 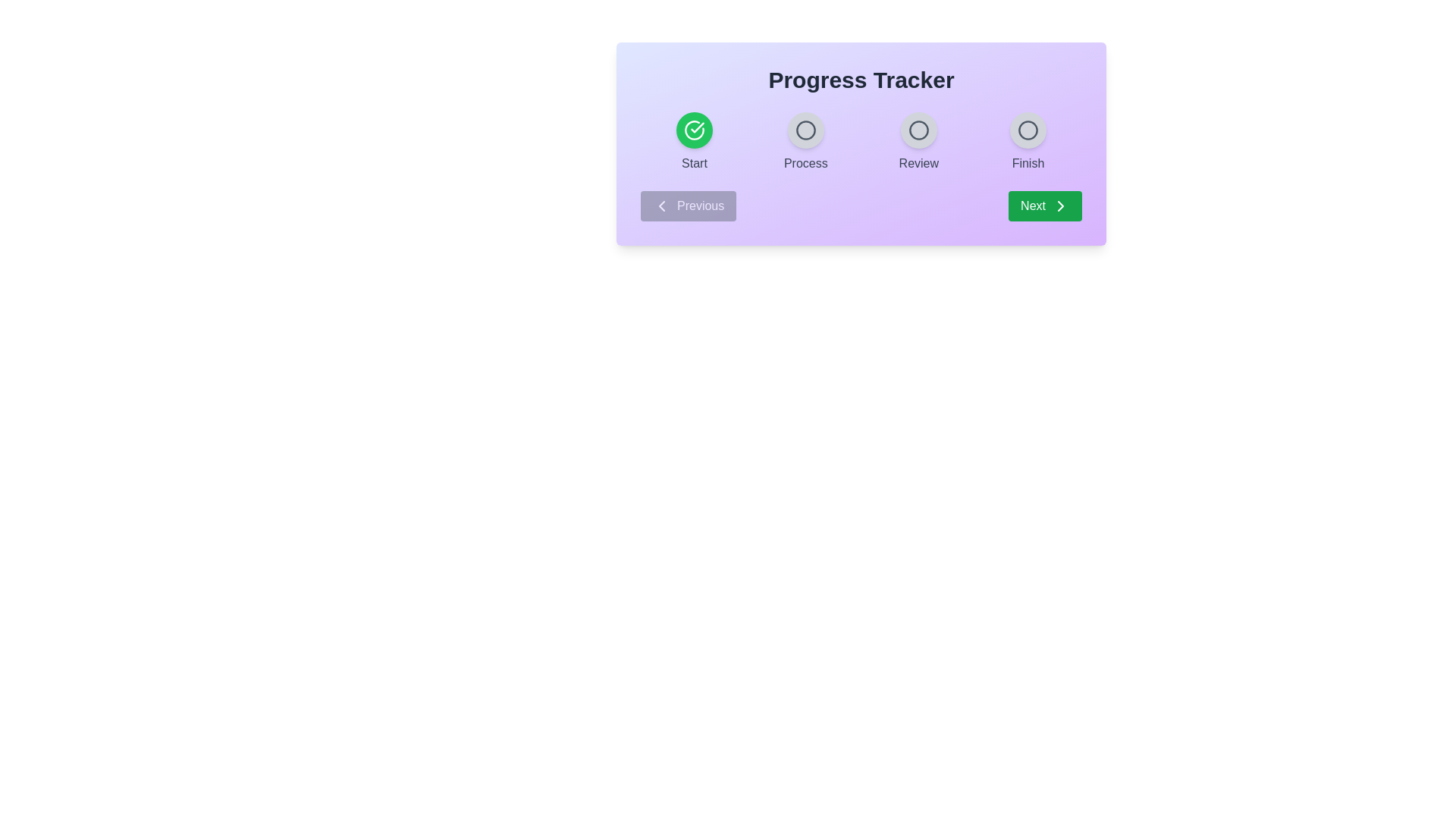 What do you see at coordinates (1028, 130) in the screenshot?
I see `the Circular Progress Indicator representing the 'Finish' step in the progress tracker, located at the top-right of the interface` at bounding box center [1028, 130].